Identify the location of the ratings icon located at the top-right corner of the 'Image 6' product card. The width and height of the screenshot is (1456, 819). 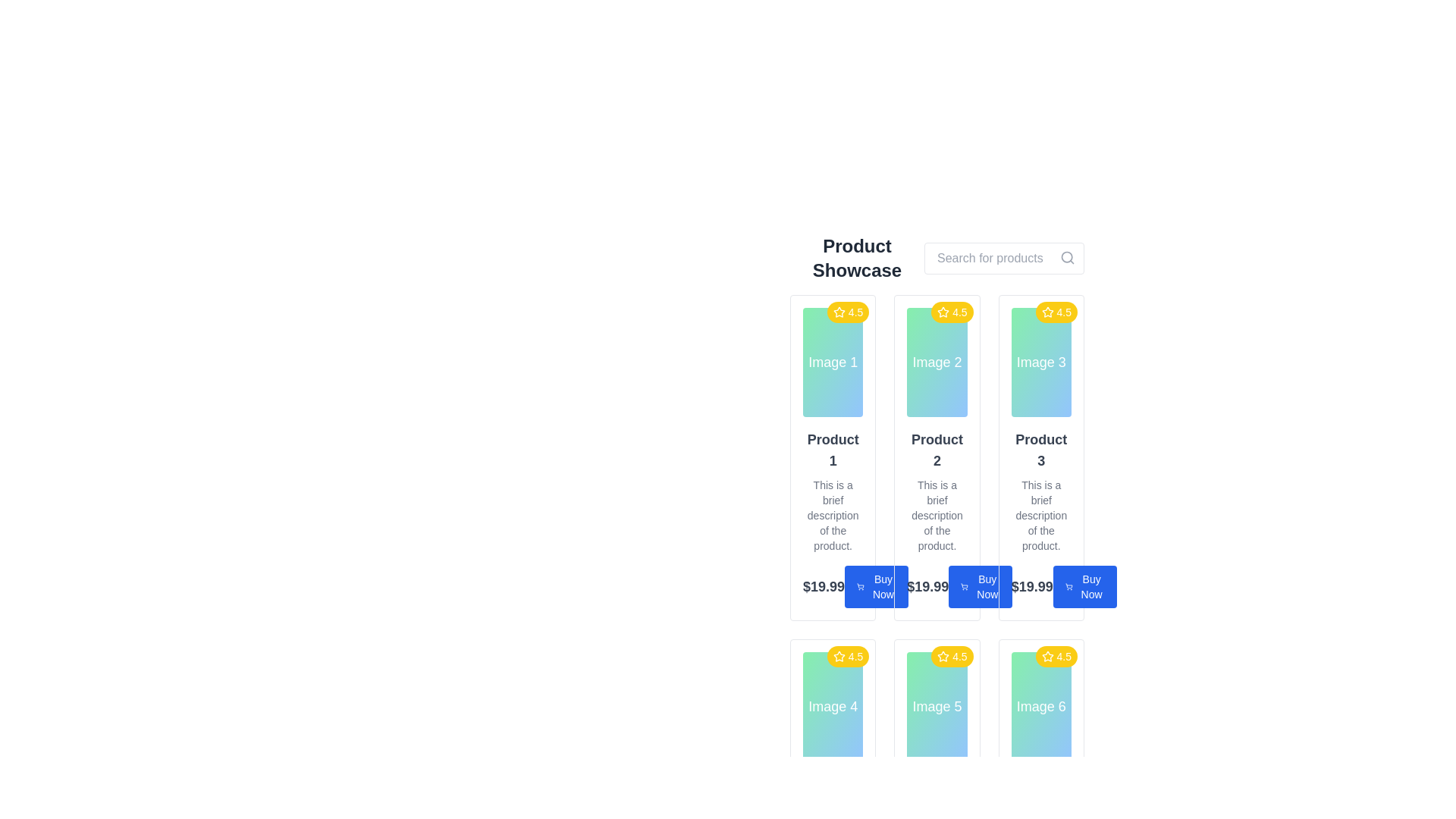
(1046, 655).